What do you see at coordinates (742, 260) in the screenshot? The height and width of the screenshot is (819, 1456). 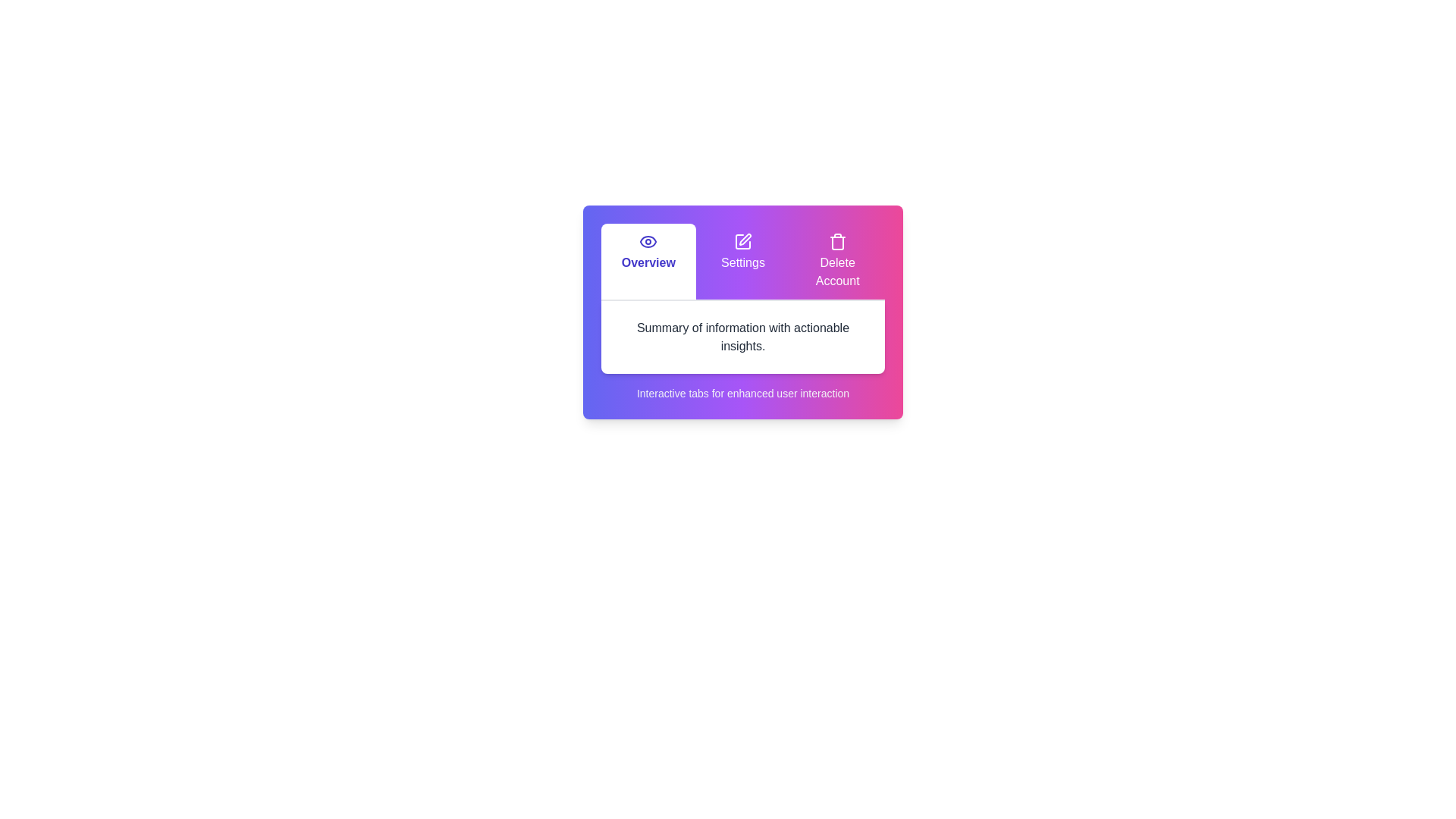 I see `the tab labeled 'Settings' to observe its hover effect` at bounding box center [742, 260].